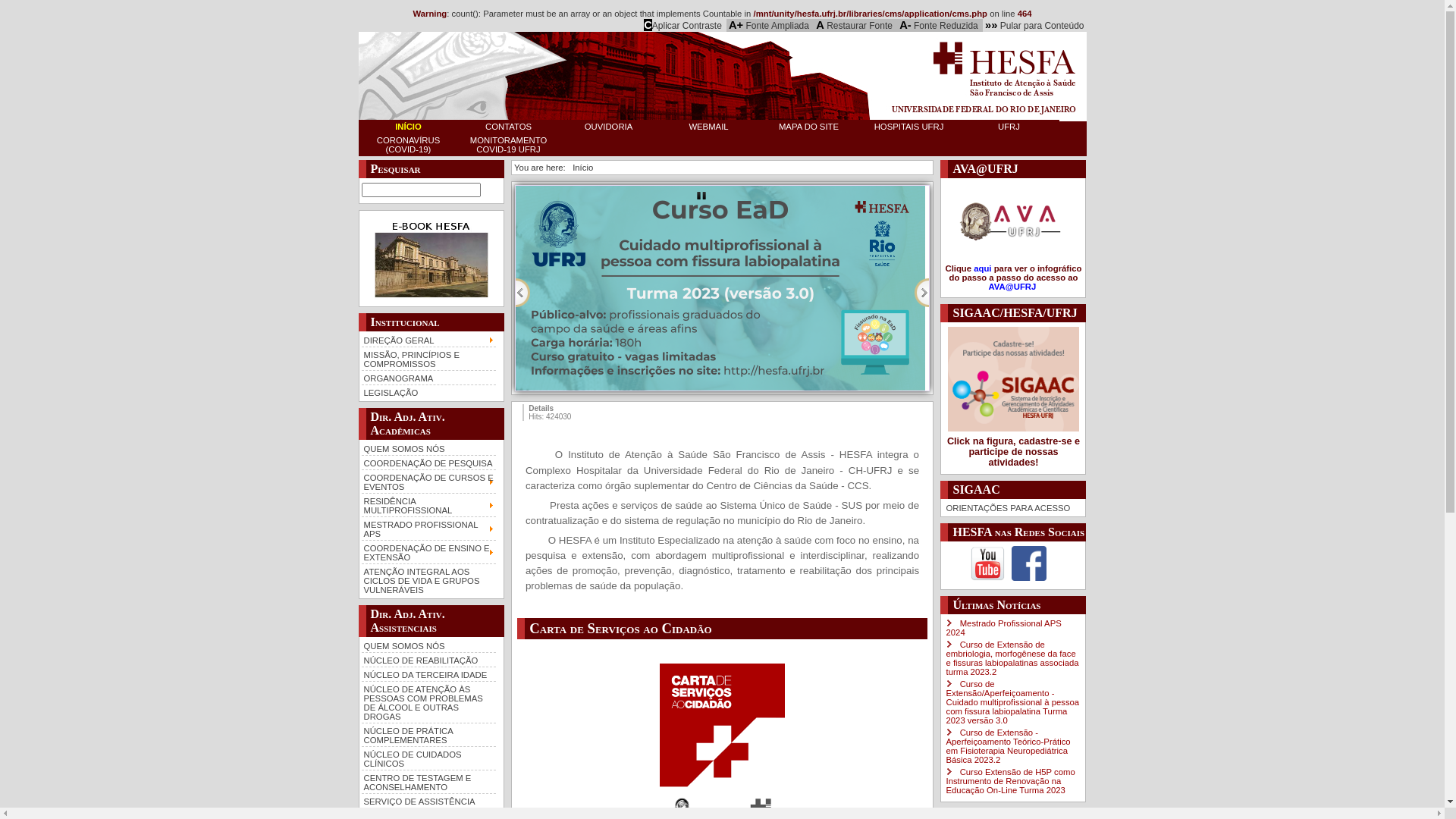 This screenshot has height=819, width=1456. Describe the element at coordinates (1008, 125) in the screenshot. I see `'UFRJ'` at that location.